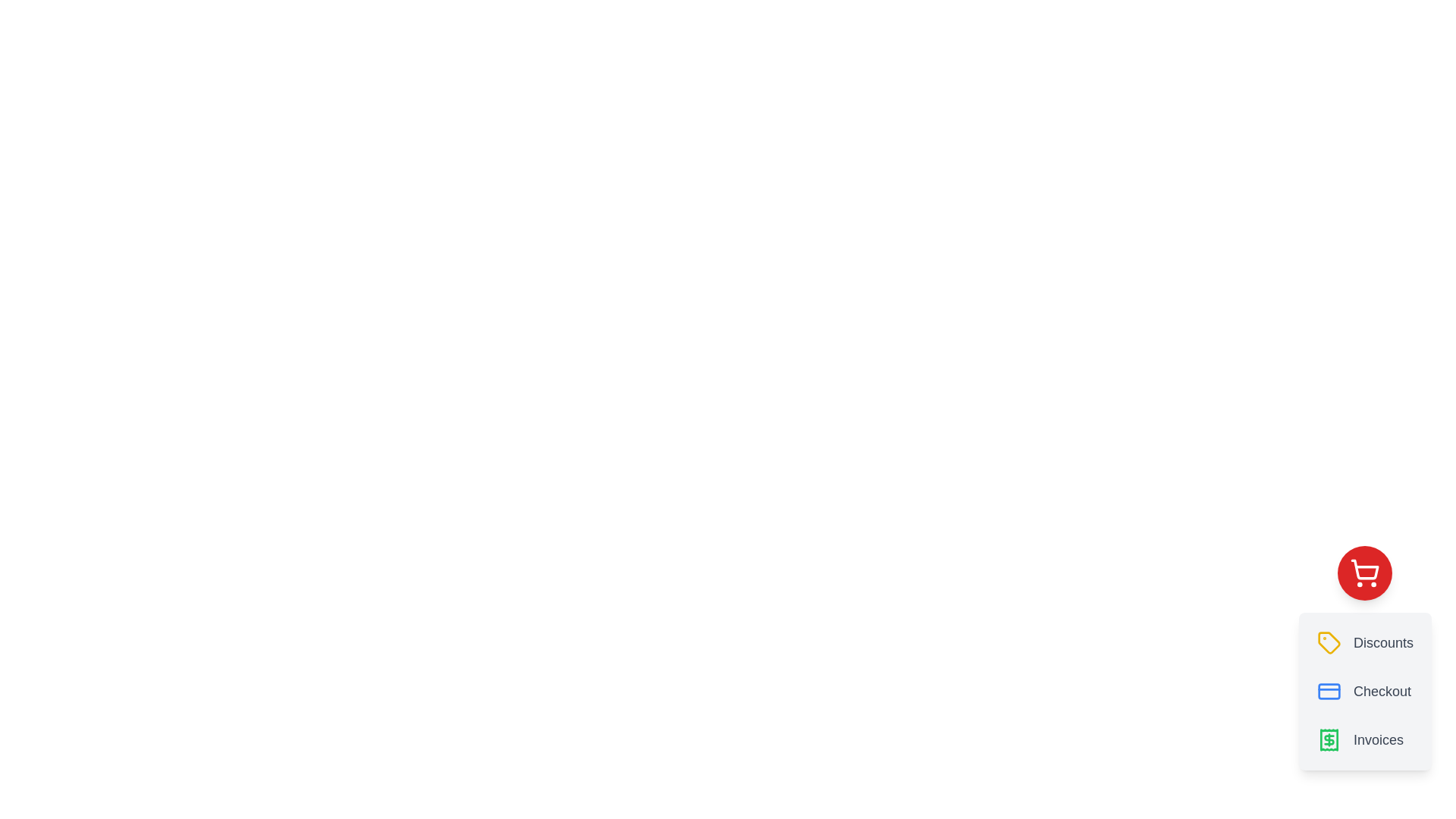  Describe the element at coordinates (1365, 691) in the screenshot. I see `the button labeled Checkout to observe its hover effect or tooltip` at that location.